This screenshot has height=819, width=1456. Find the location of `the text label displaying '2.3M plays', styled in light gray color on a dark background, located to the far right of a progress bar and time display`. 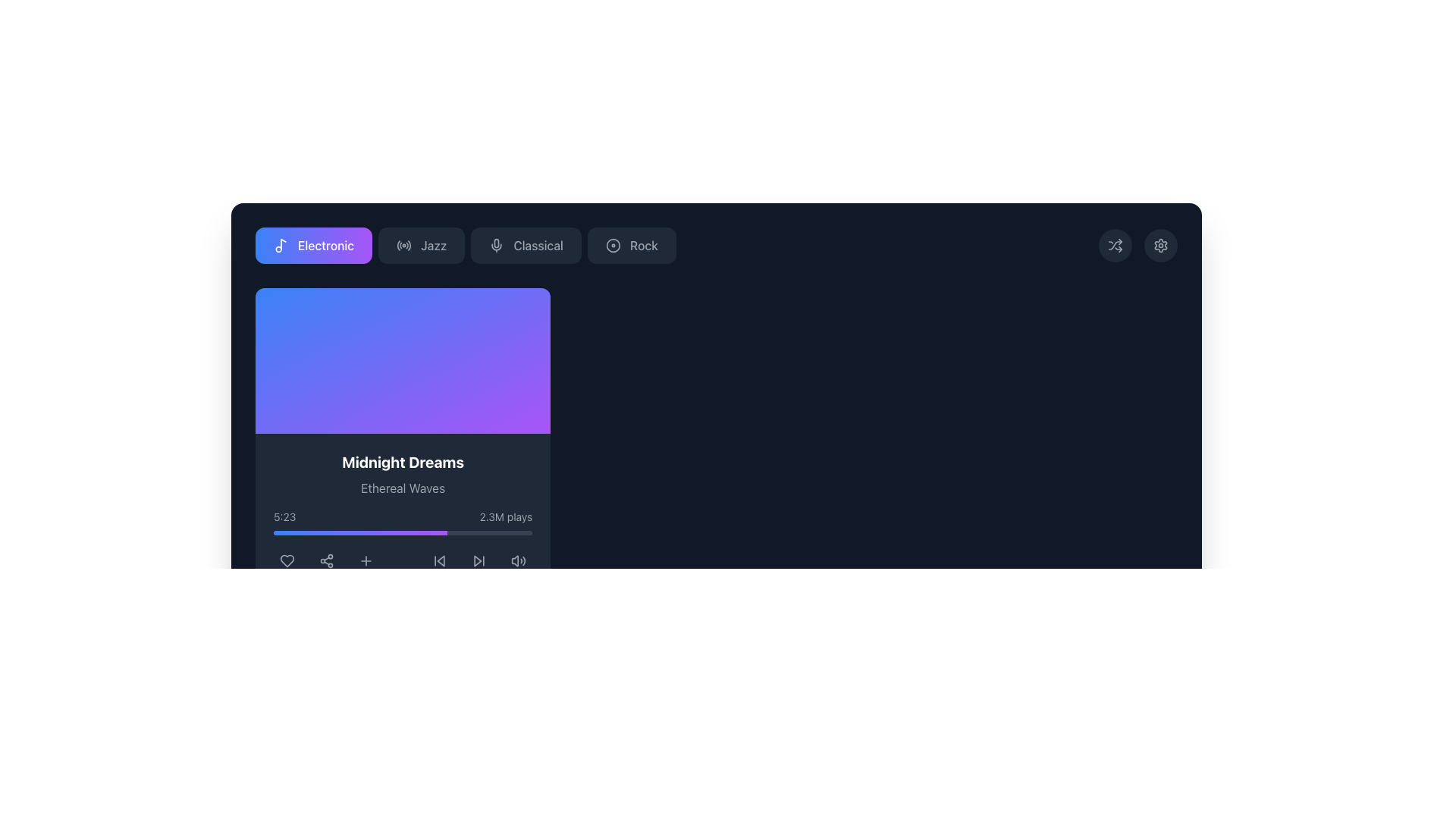

the text label displaying '2.3M plays', styled in light gray color on a dark background, located to the far right of a progress bar and time display is located at coordinates (506, 516).